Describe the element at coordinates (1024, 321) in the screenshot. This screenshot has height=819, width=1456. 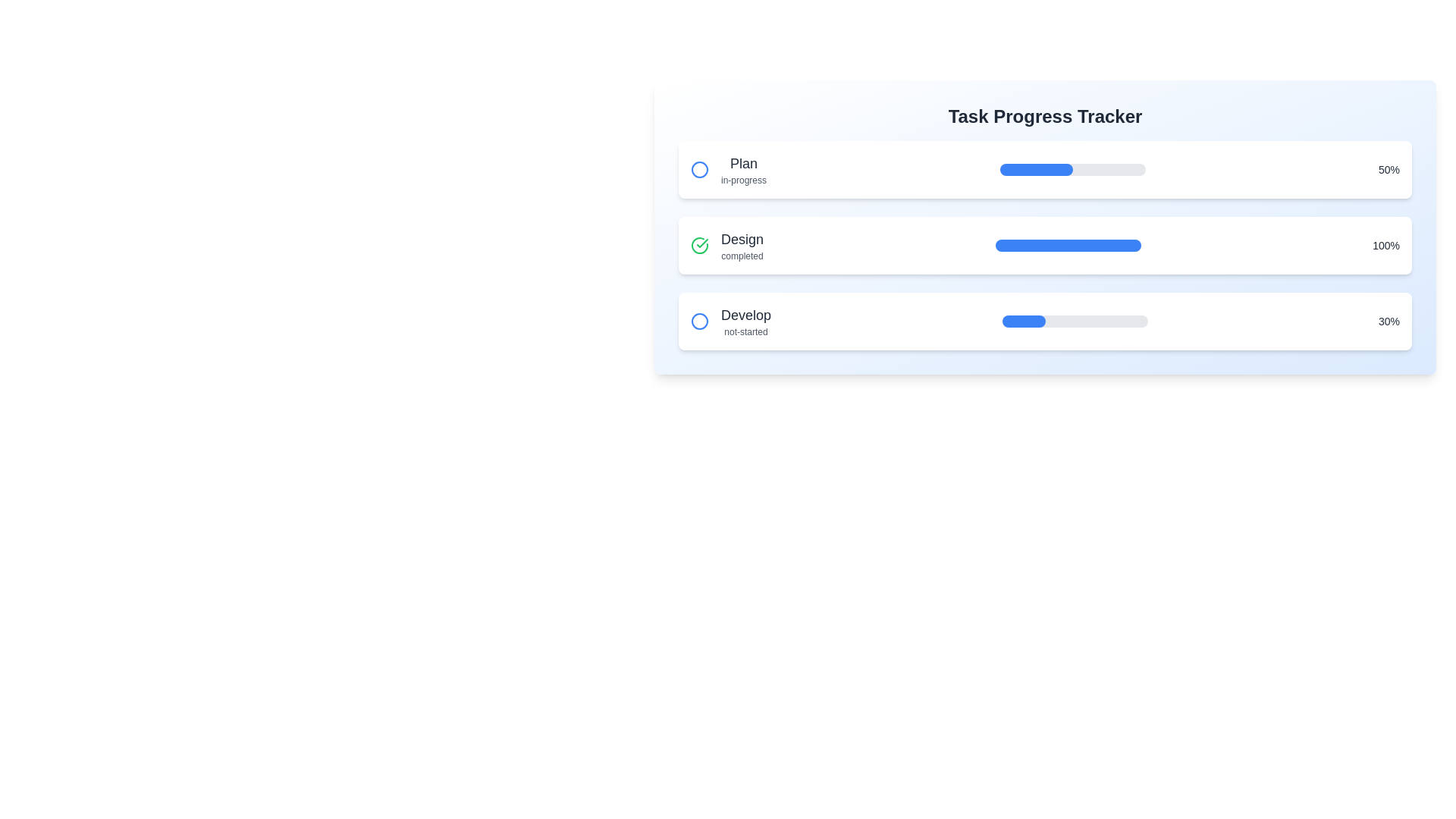
I see `the progress bar segment that visually represents 30% progress for the 'Develop' task, located in the third horizontal progress bar` at that location.